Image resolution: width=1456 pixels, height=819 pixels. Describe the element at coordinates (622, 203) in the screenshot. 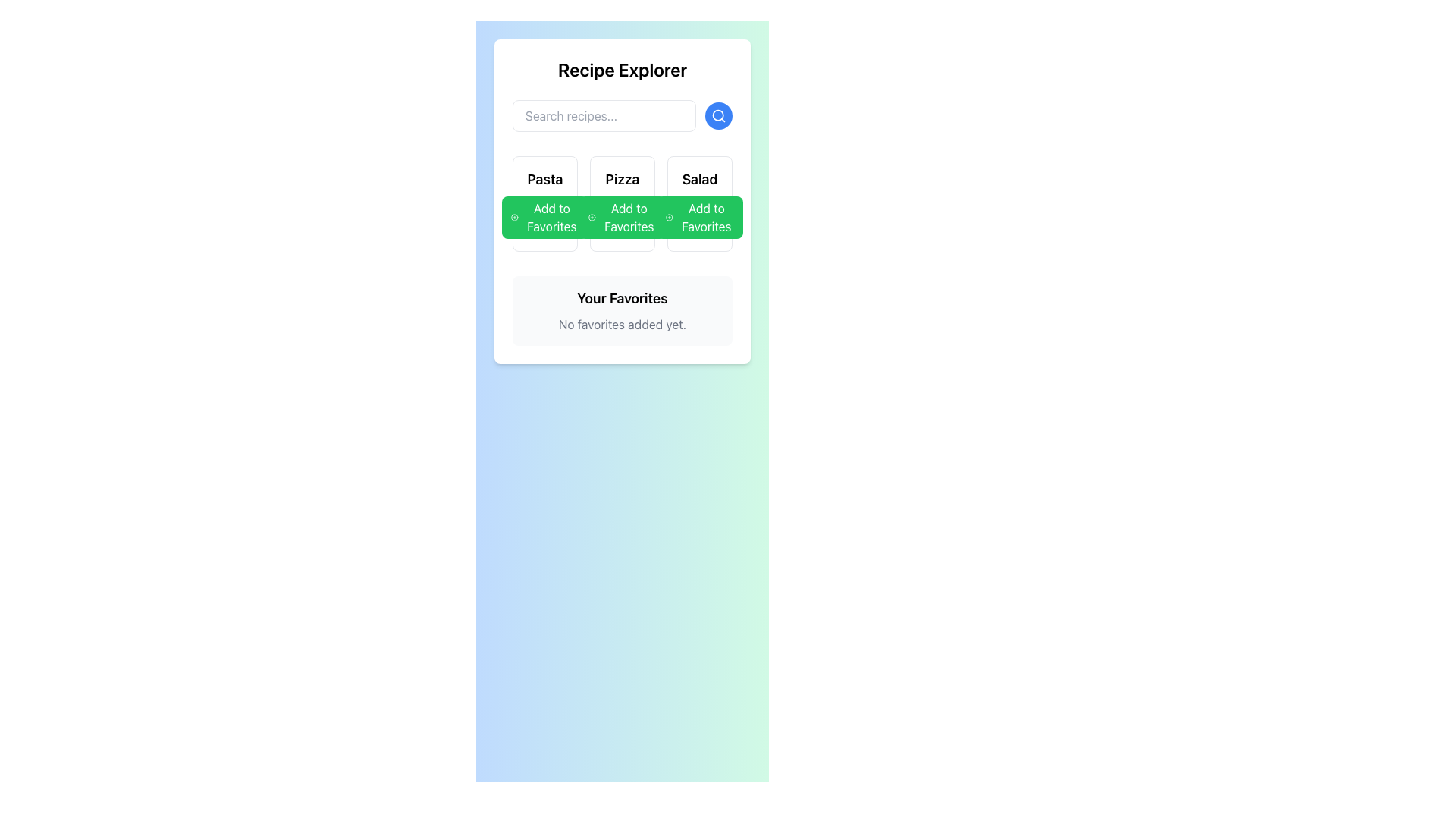

I see `the item details for the 'Pizza' card, which features a bold title at the top and a green 'Add to Favorites' button below` at that location.